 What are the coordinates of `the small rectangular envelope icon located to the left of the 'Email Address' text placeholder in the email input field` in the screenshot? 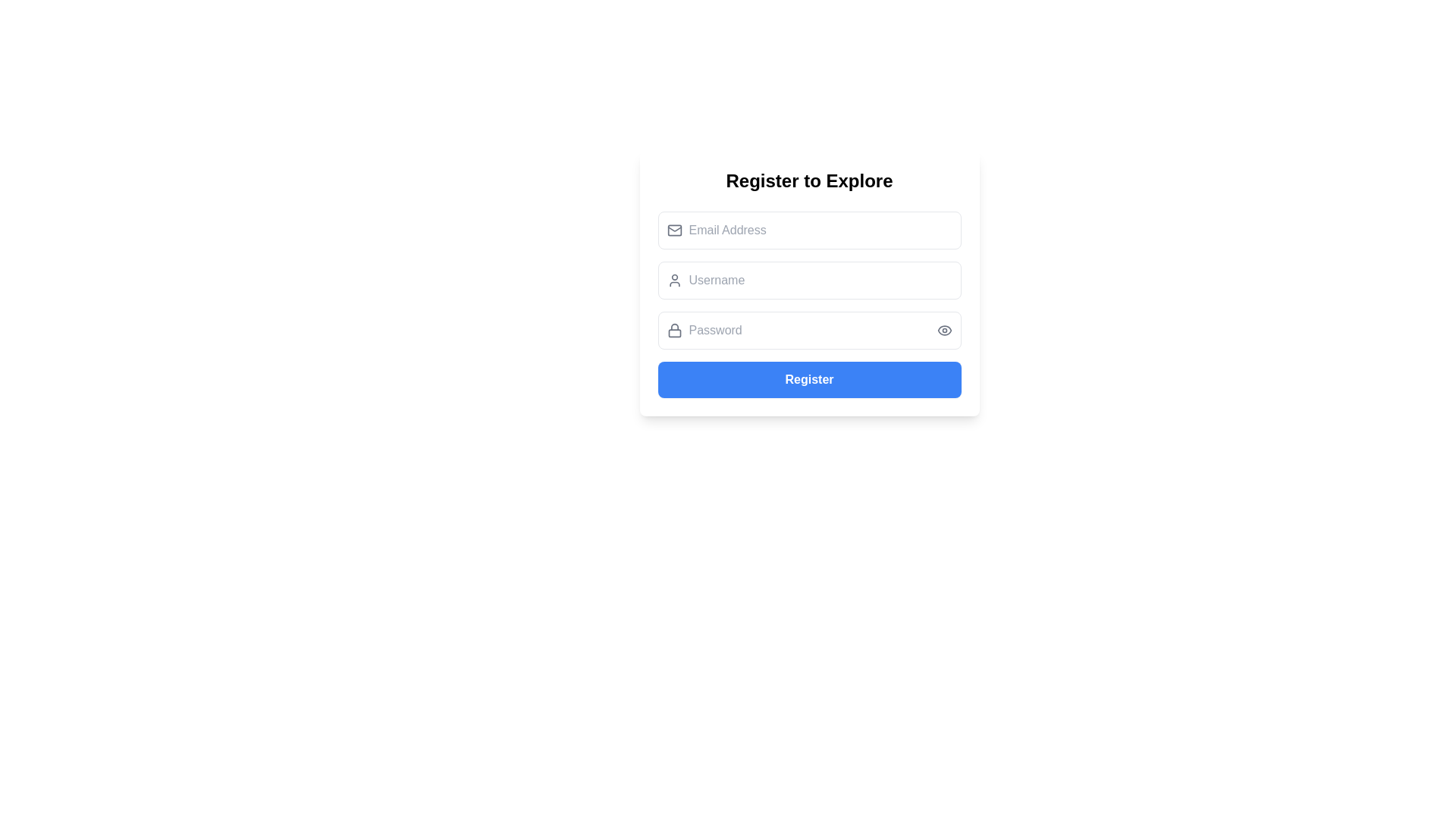 It's located at (673, 231).